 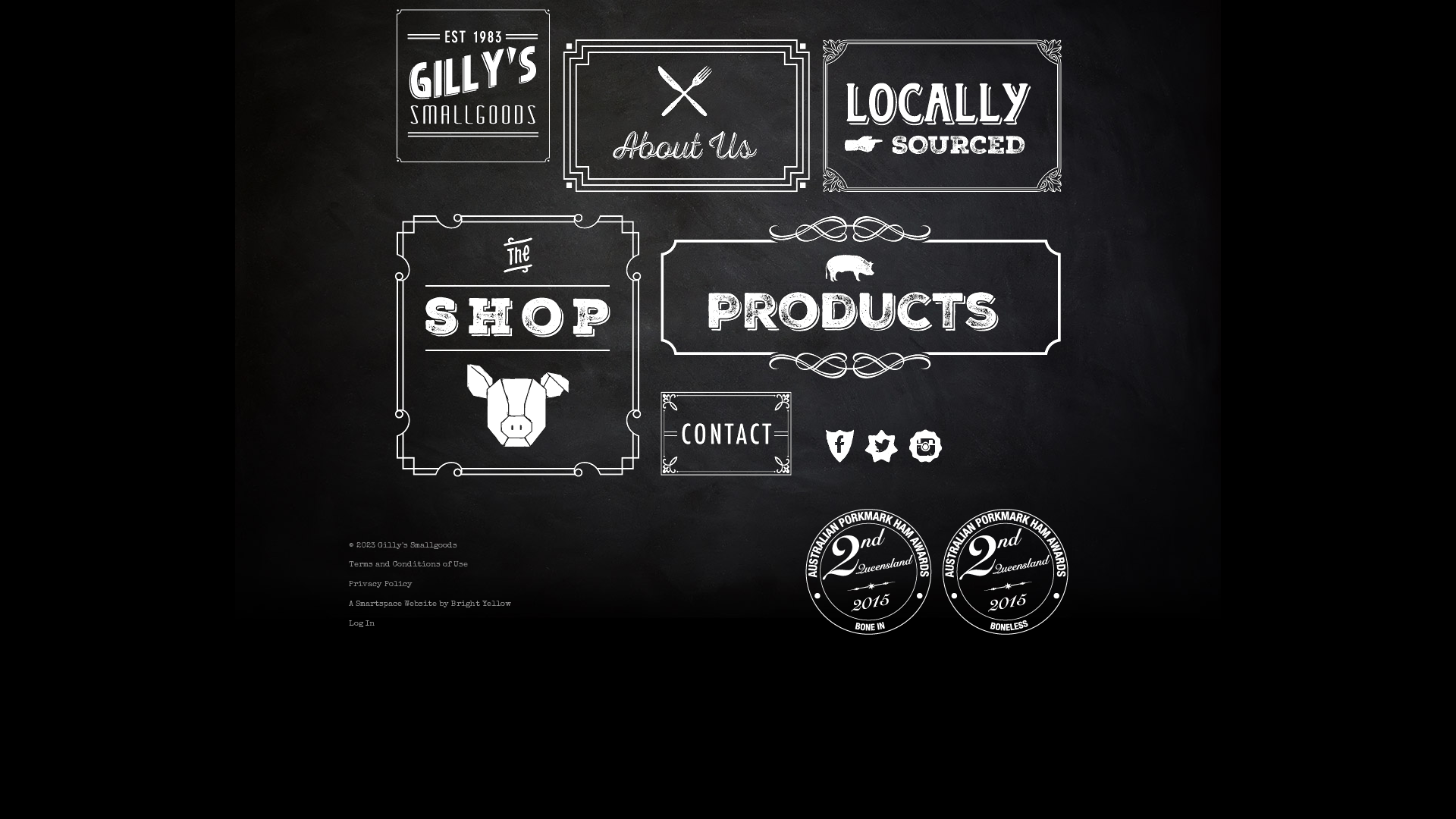 I want to click on 'Instagram', so click(x=927, y=444).